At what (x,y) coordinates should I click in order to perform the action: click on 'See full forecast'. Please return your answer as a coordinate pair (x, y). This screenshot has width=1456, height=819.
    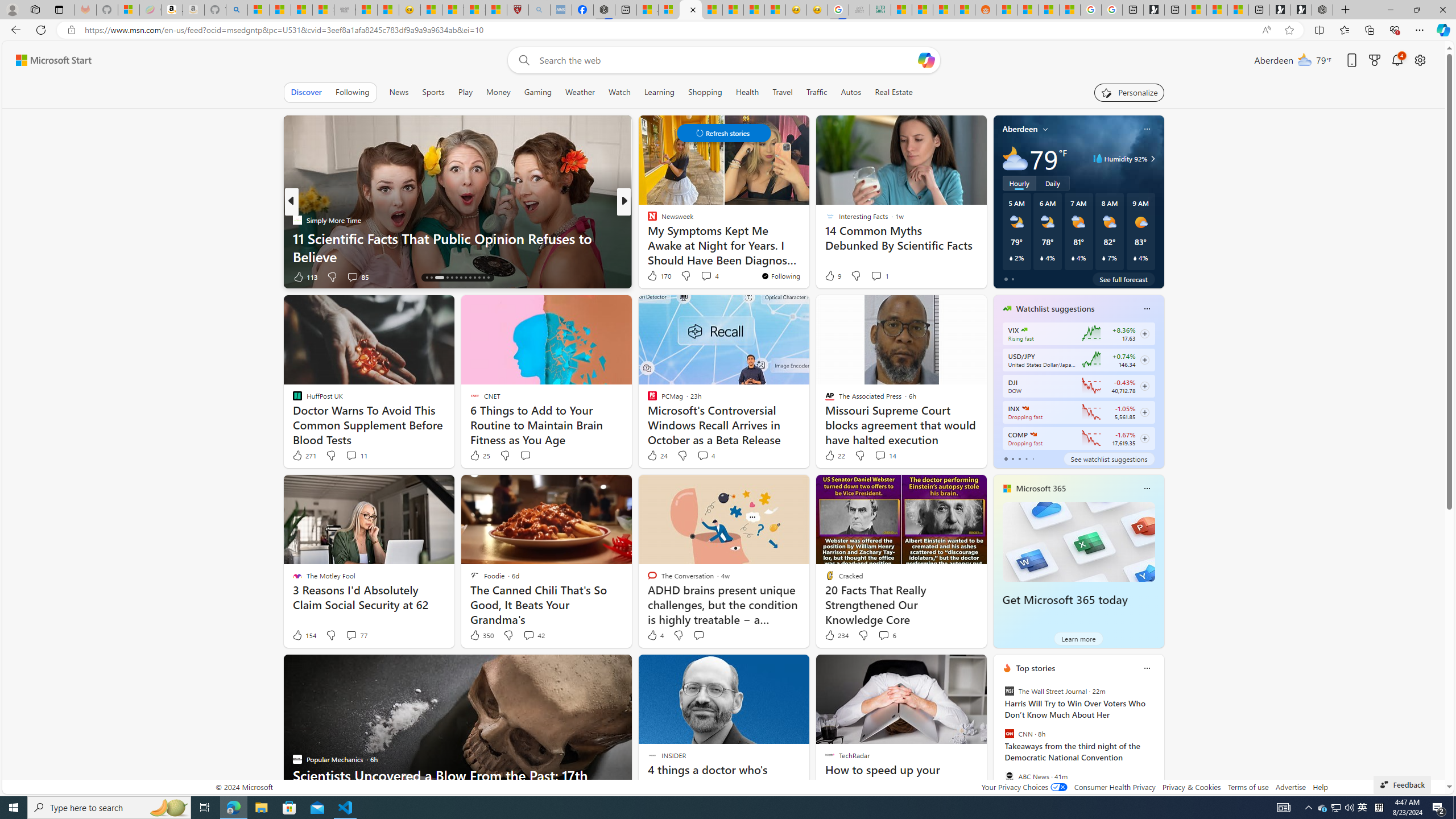
    Looking at the image, I should click on (1123, 279).